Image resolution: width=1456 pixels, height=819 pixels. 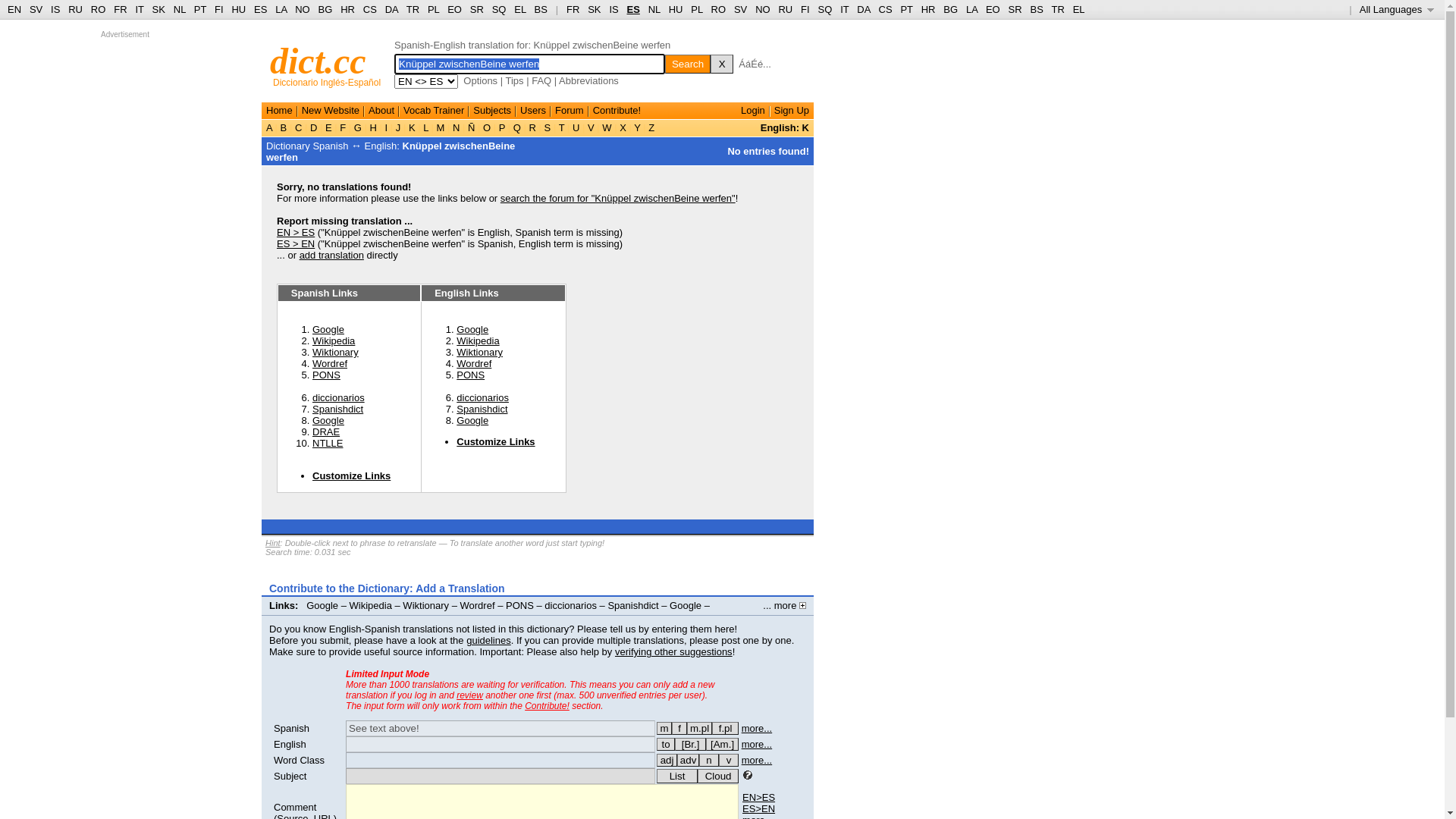 What do you see at coordinates (287, 146) in the screenshot?
I see `'Dictionary'` at bounding box center [287, 146].